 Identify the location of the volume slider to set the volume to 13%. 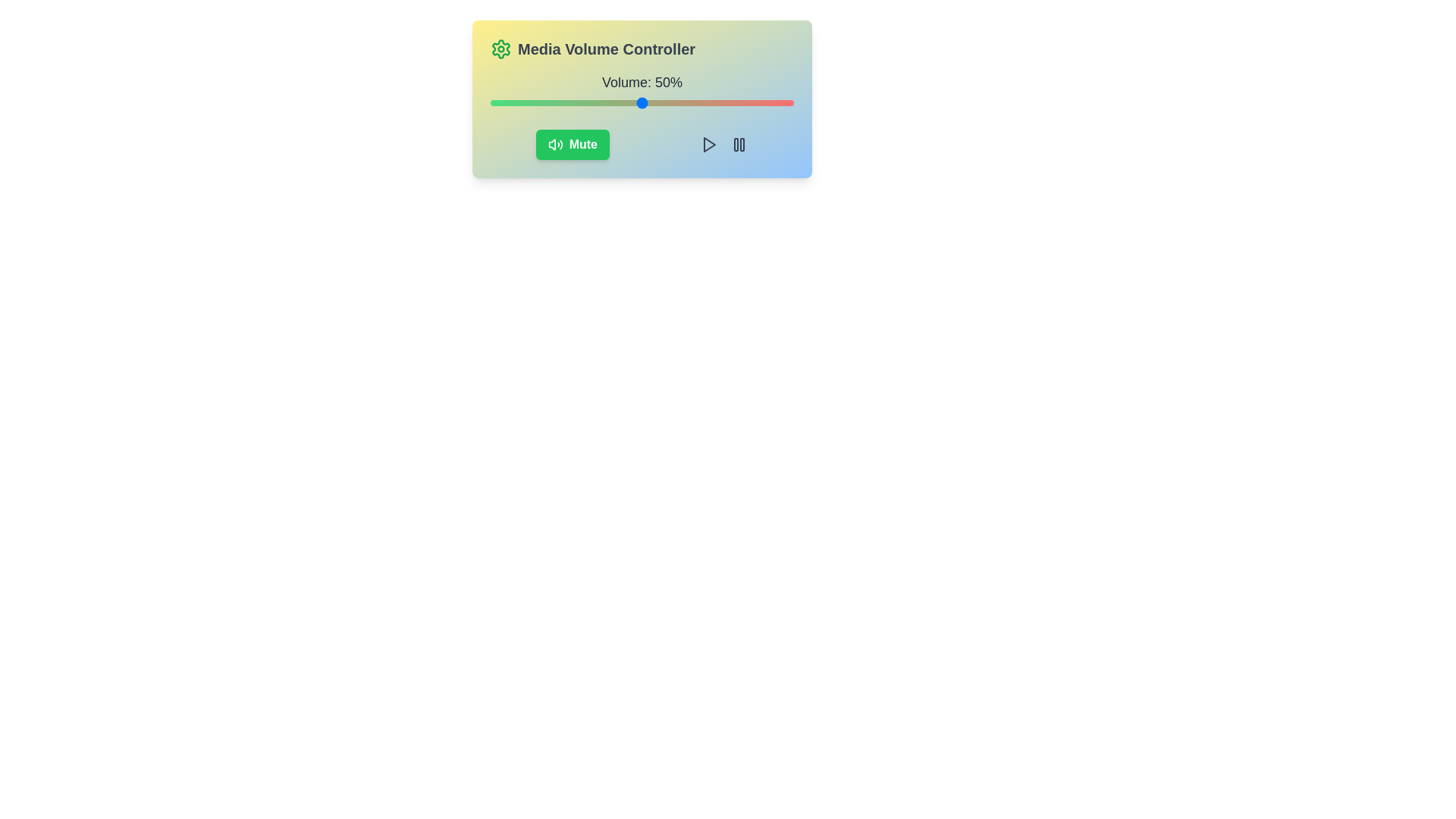
(530, 102).